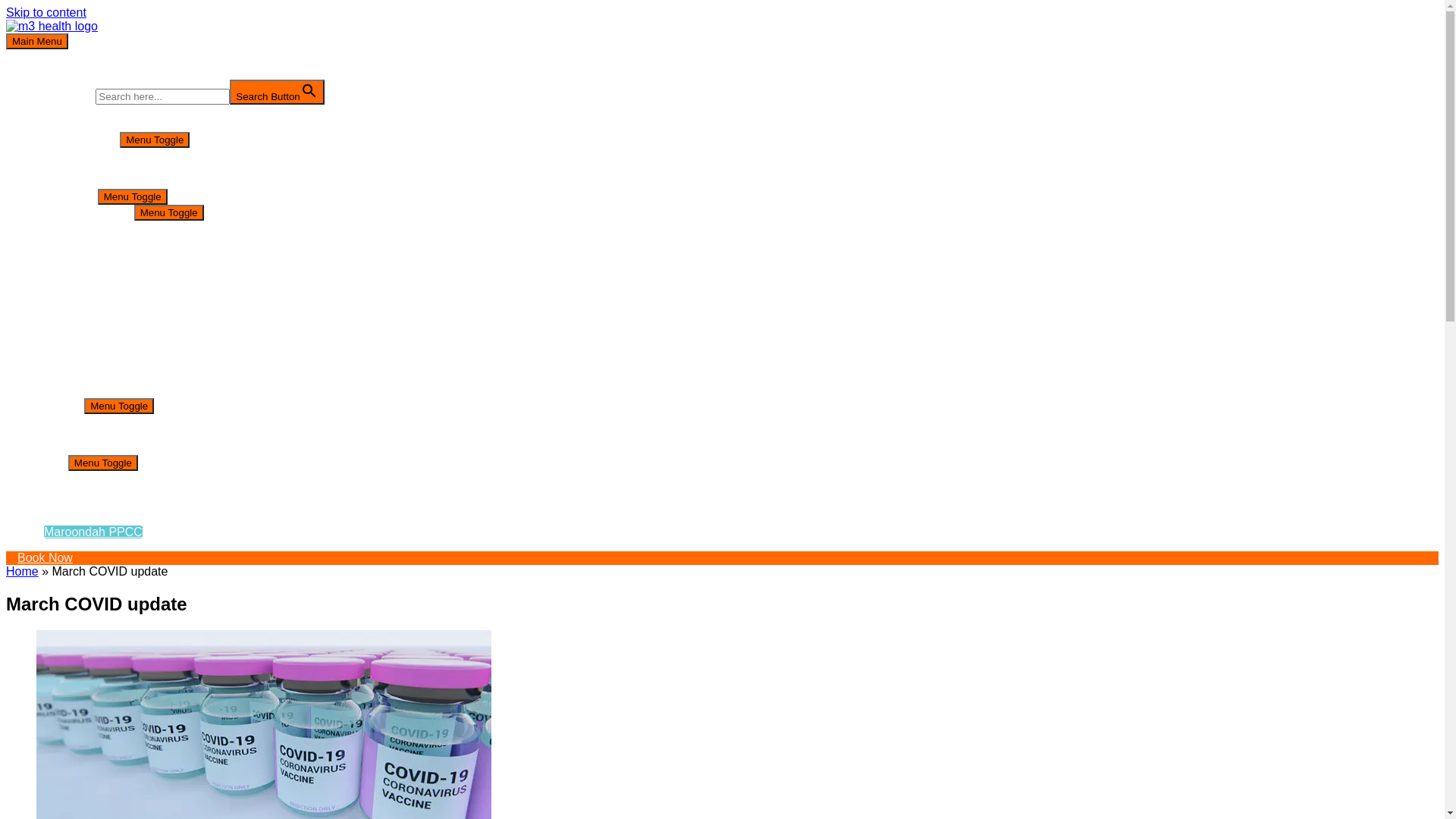 This screenshot has width=1456, height=819. What do you see at coordinates (99, 212) in the screenshot?
I see `'GP Services'` at bounding box center [99, 212].